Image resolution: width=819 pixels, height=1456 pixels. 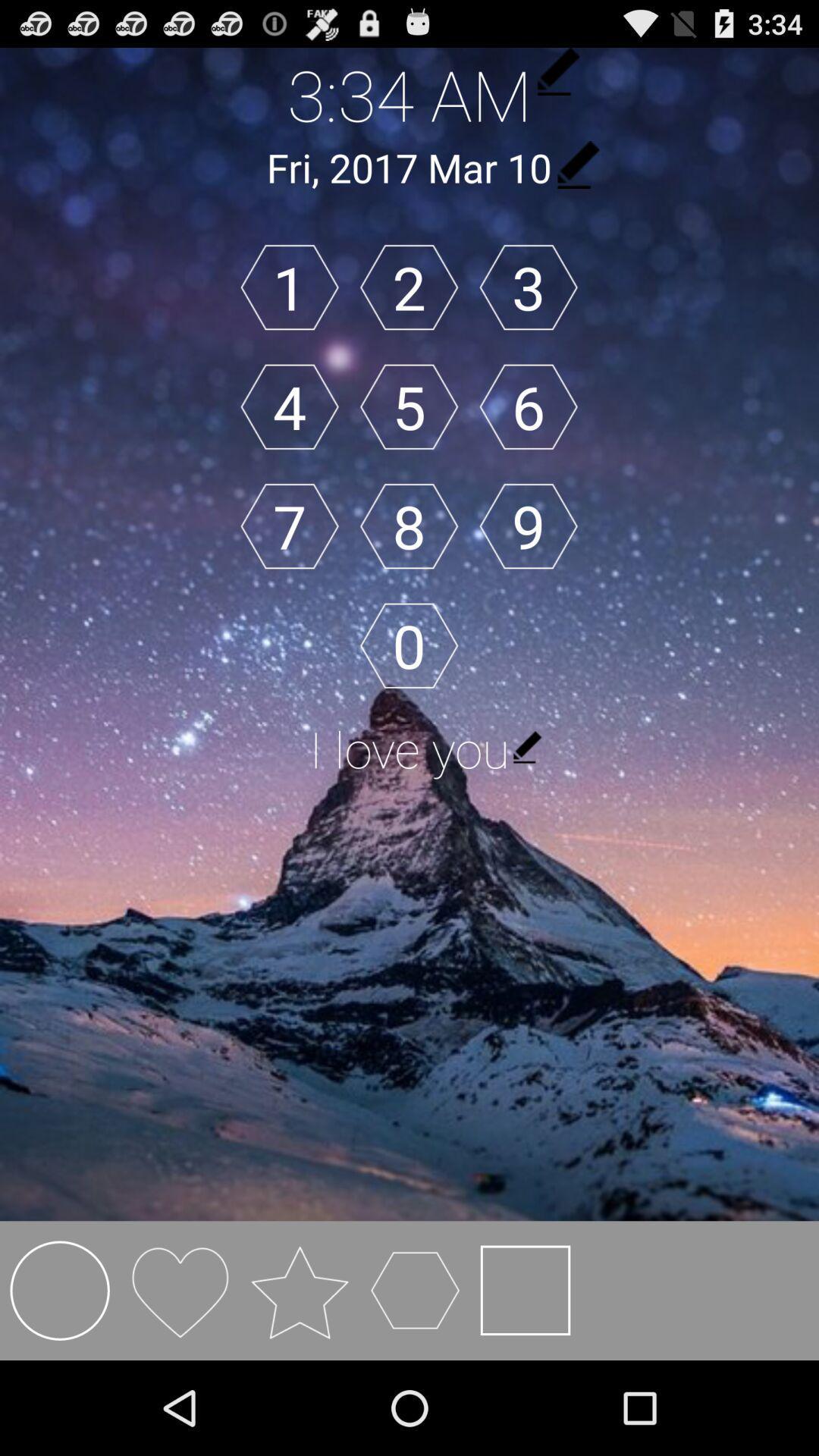 I want to click on button below 8 item, so click(x=408, y=645).